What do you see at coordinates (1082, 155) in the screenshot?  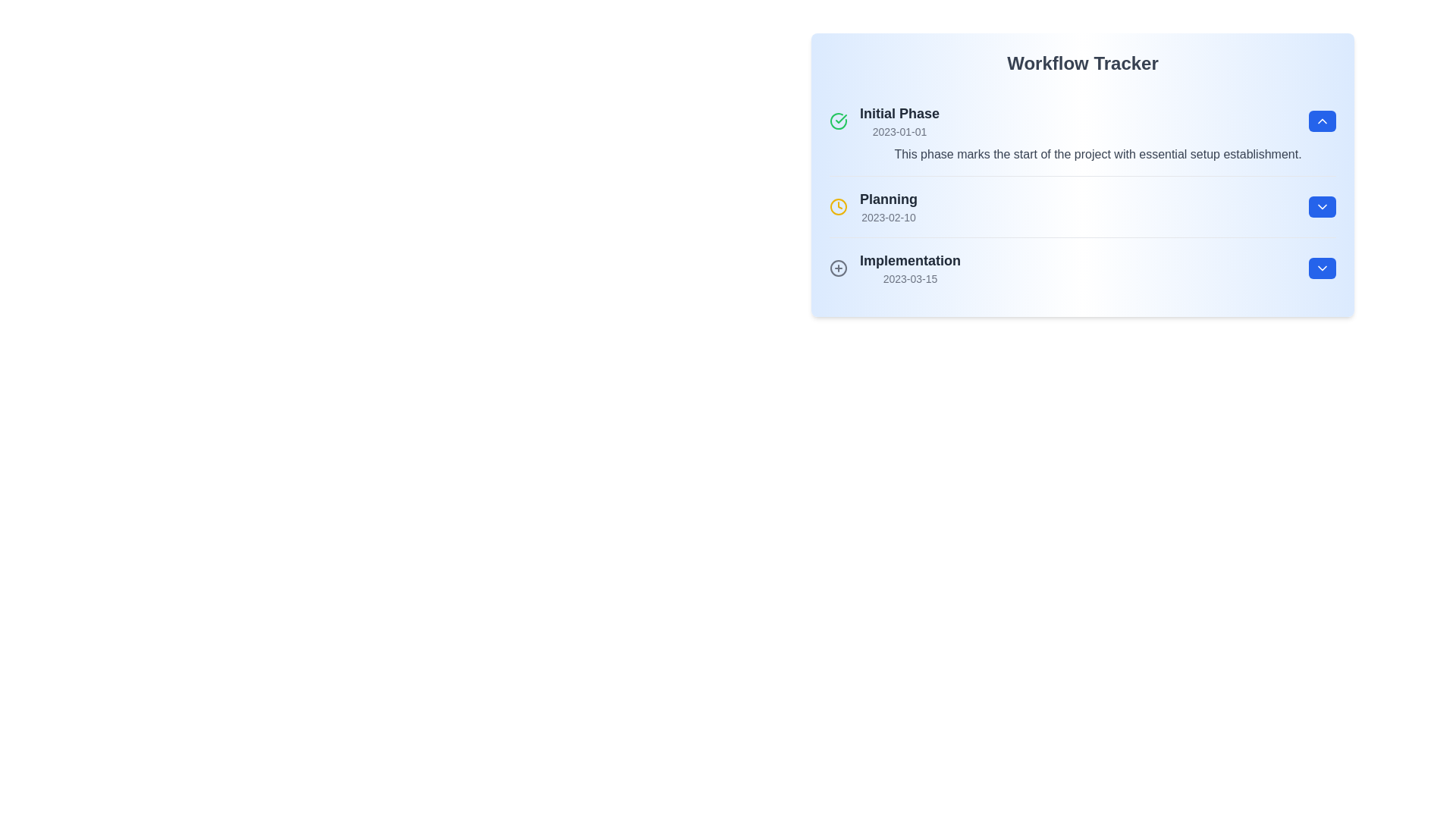 I see `the text snippet stating 'This phase marks the start of the project with essential setup establishment.' located beneath the title 'Initial Phase' in the Workflow Tracker` at bounding box center [1082, 155].